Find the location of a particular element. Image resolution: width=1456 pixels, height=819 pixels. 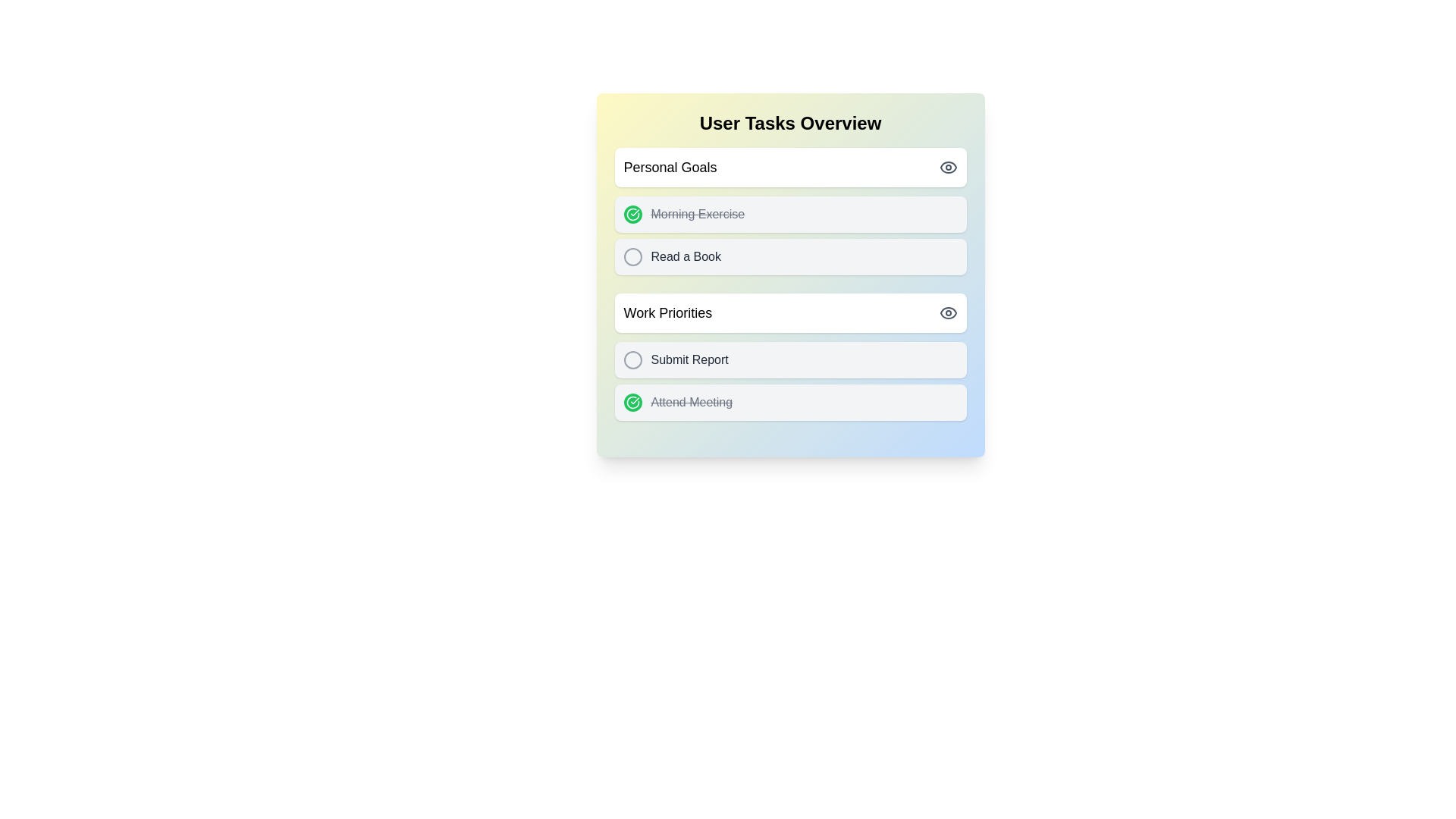

the Text Label displaying 'Morning Exercise', which is marked as done with a strikethrough, located centrally in a layout with icons to its left is located at coordinates (697, 214).